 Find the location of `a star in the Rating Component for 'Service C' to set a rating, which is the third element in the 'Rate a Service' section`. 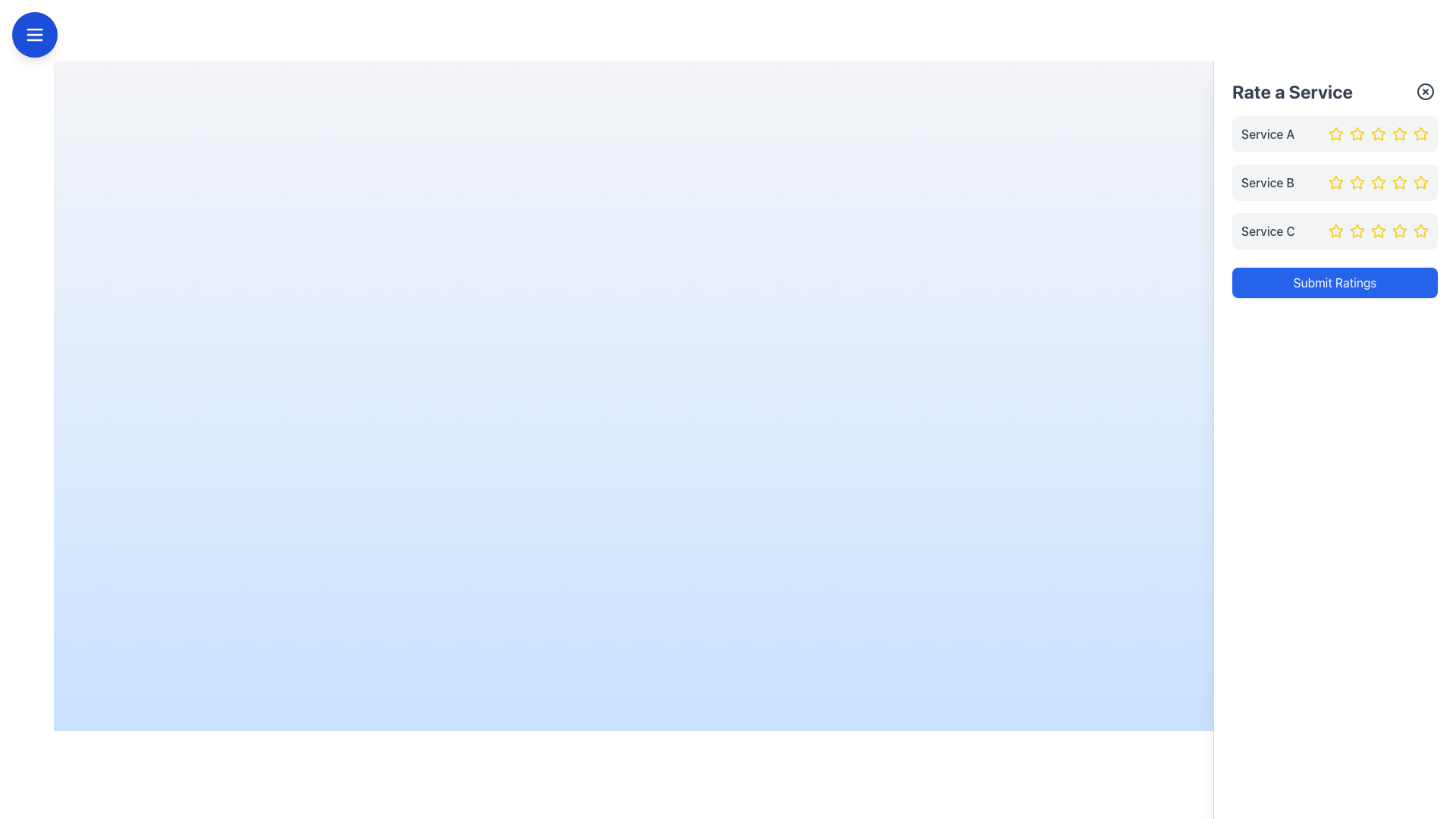

a star in the Rating Component for 'Service C' to set a rating, which is the third element in the 'Rate a Service' section is located at coordinates (1335, 231).